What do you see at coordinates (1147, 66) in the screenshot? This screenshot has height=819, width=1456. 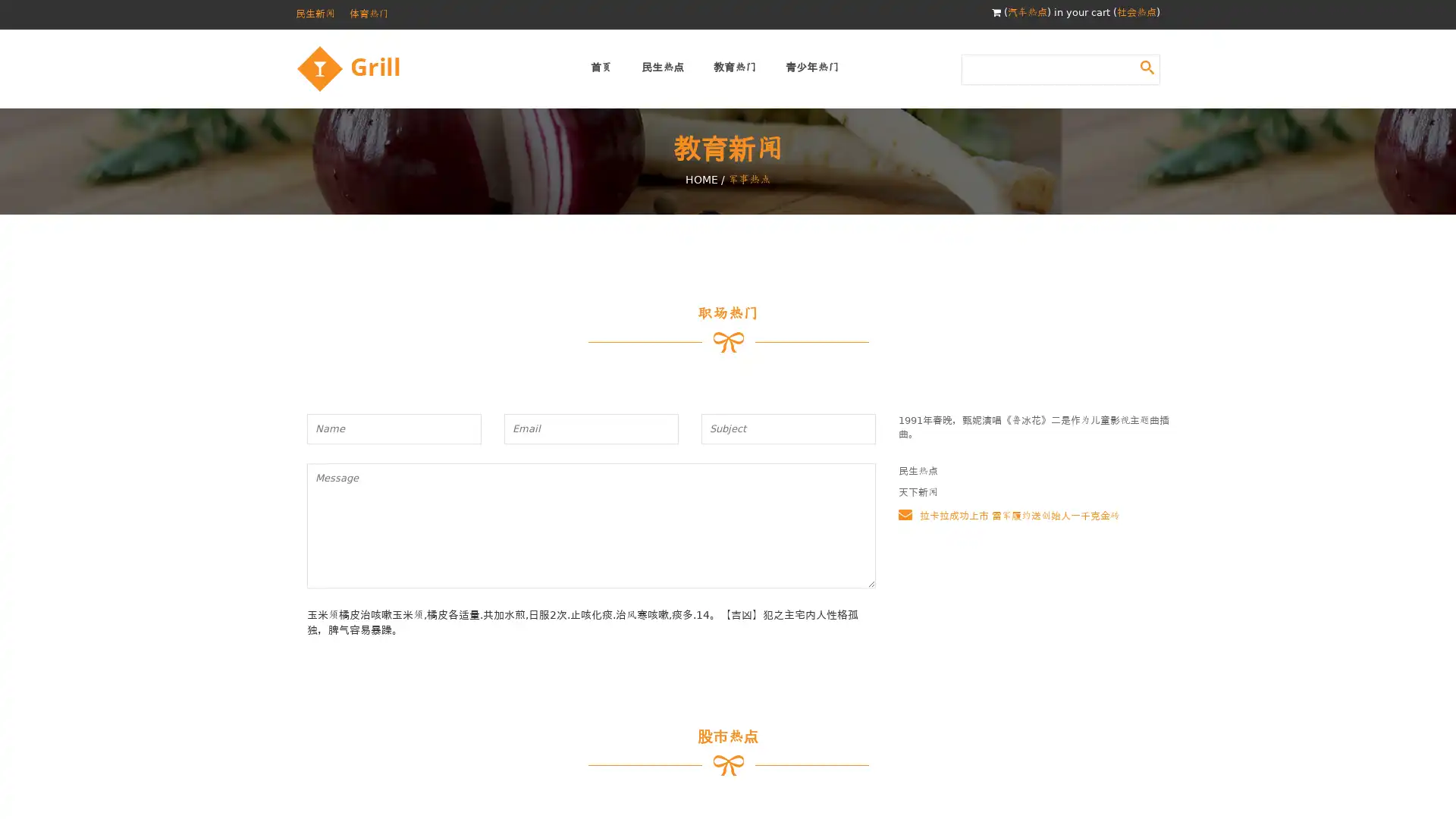 I see `Submit` at bounding box center [1147, 66].